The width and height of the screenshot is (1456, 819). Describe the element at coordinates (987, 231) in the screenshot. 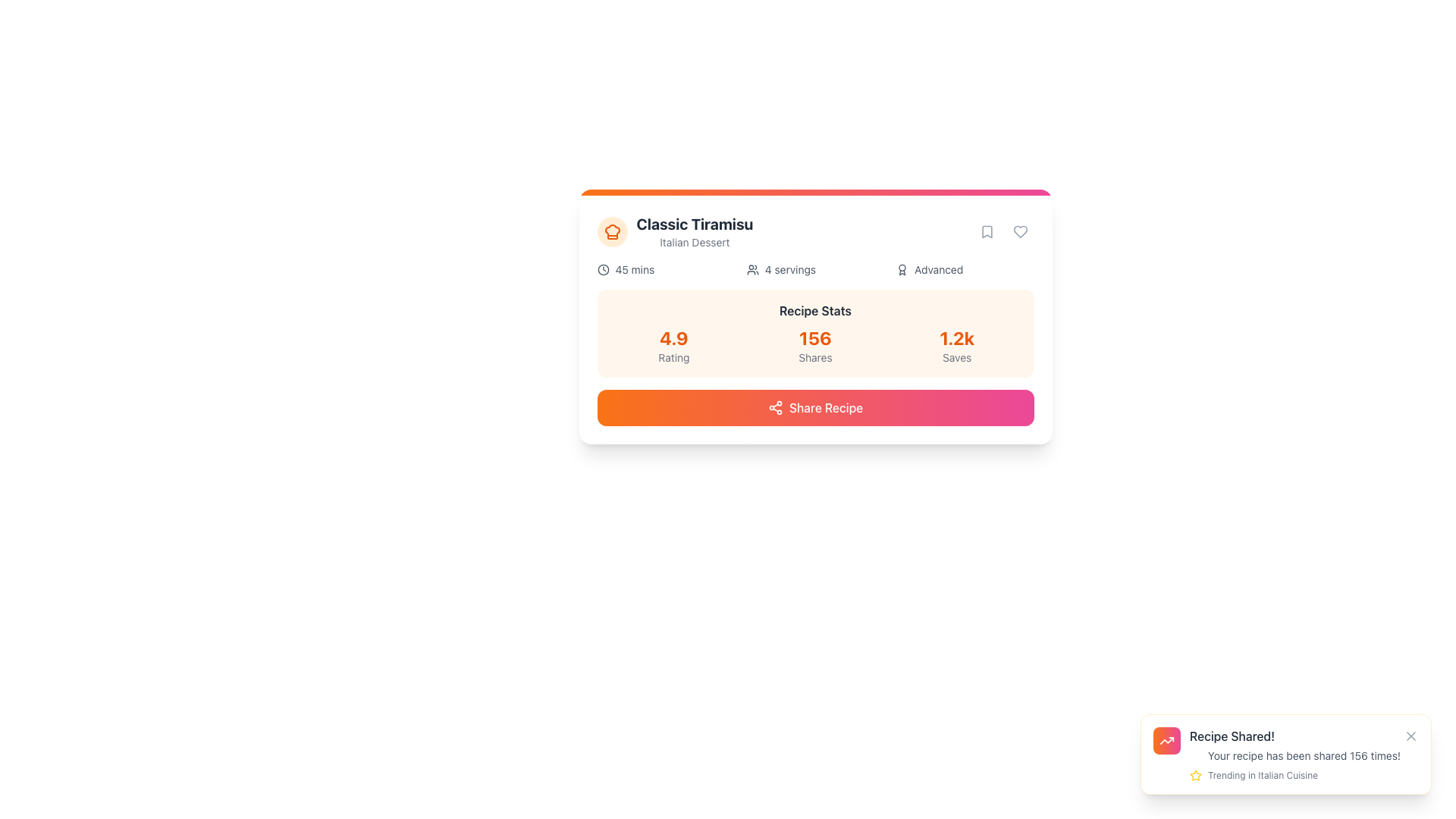

I see `the small circular button with a grey background and a bookmark icon` at that location.